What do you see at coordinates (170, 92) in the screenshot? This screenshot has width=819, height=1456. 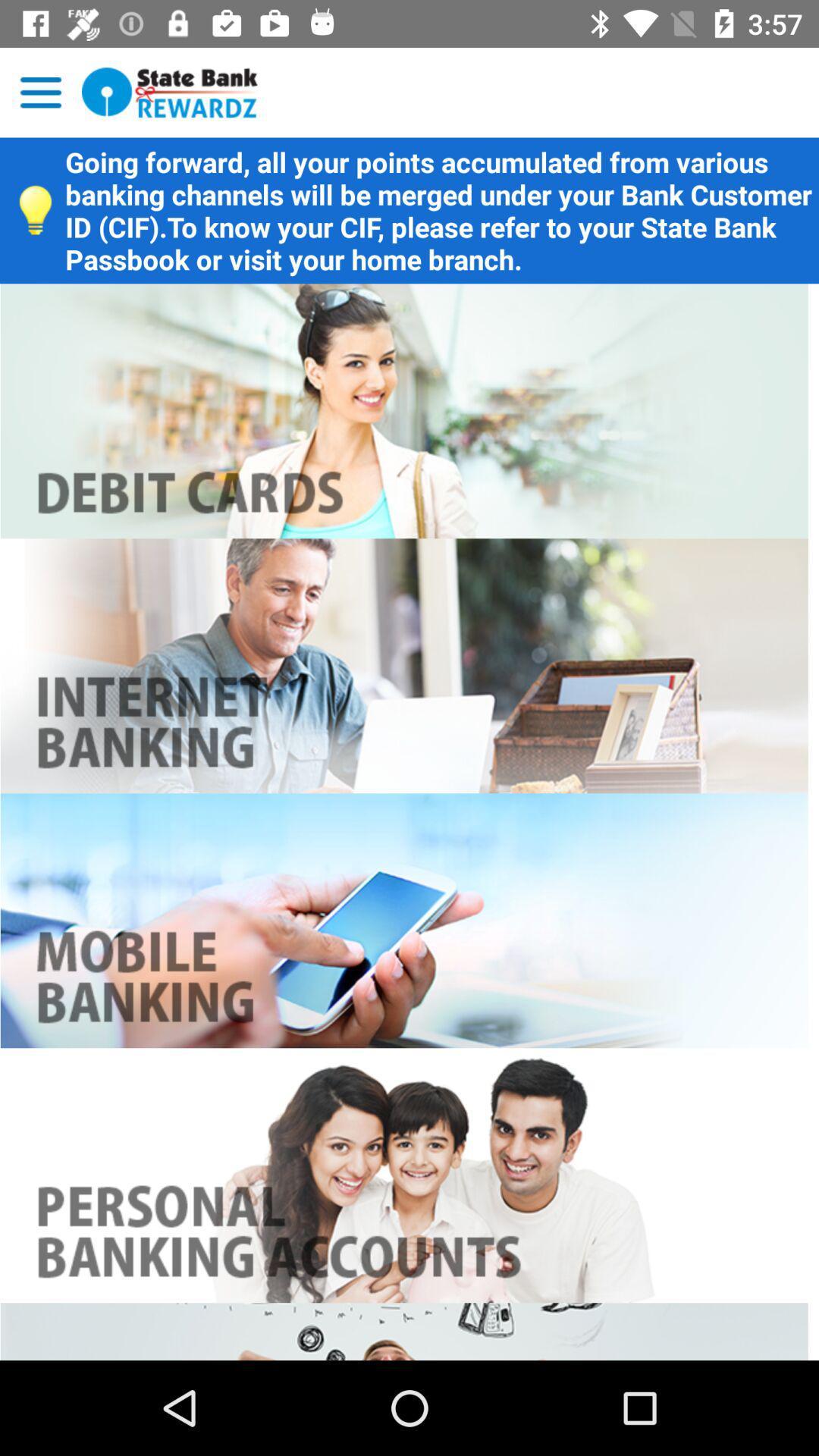 I see `home page` at bounding box center [170, 92].